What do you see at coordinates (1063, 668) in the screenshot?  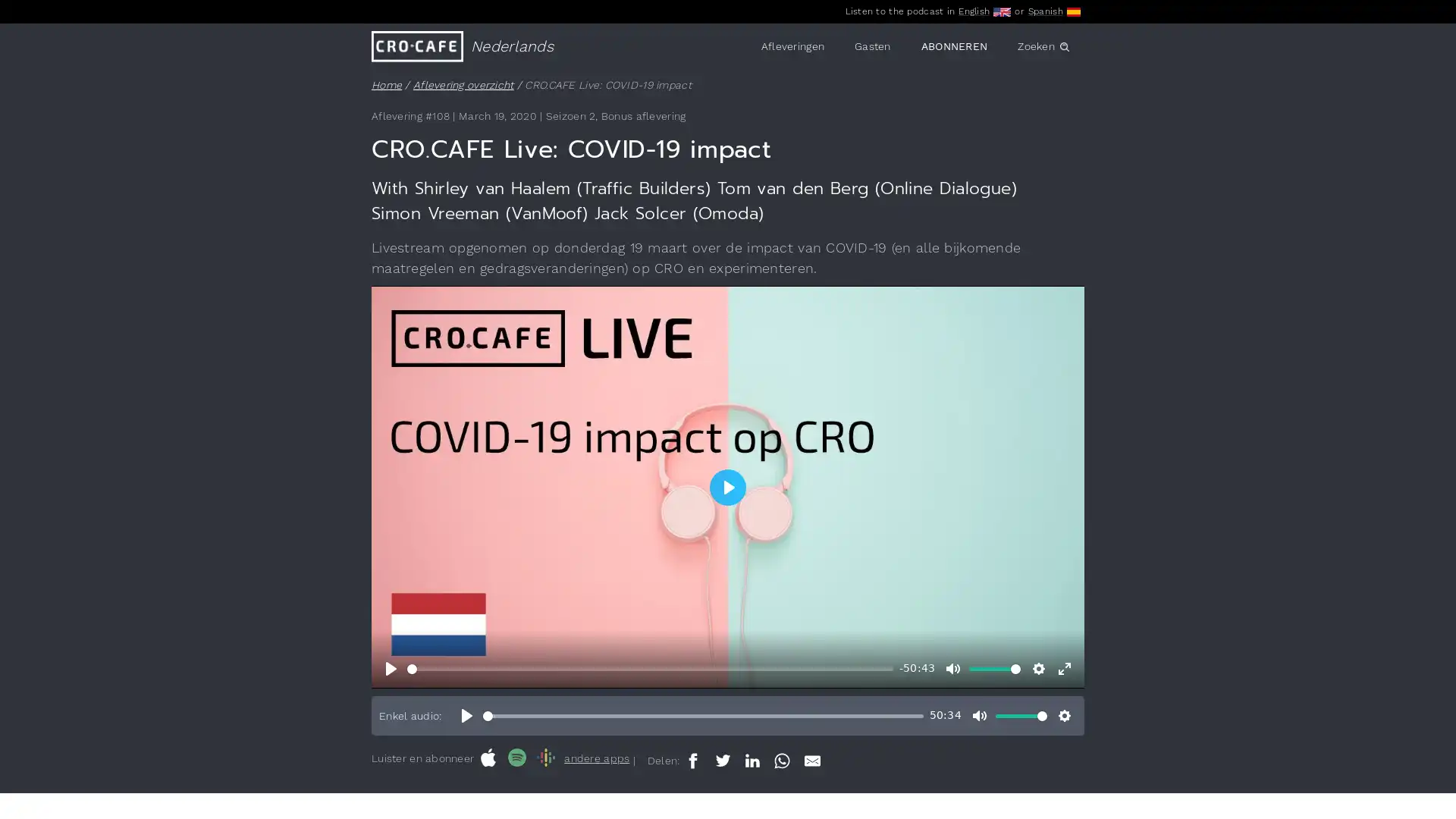 I see `Enter fullscreen` at bounding box center [1063, 668].